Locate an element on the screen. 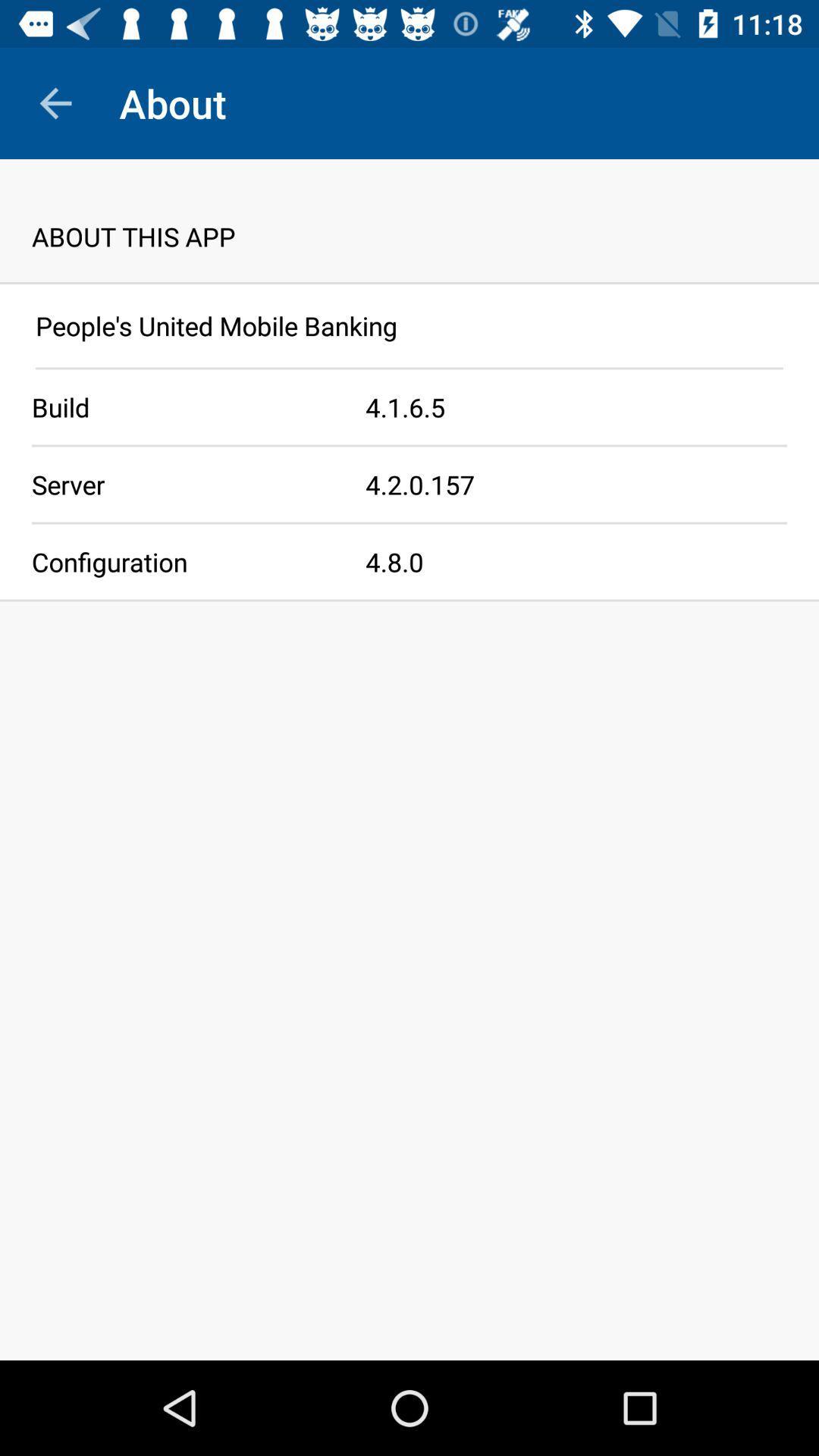 The image size is (819, 1456). people s united is located at coordinates (409, 325).